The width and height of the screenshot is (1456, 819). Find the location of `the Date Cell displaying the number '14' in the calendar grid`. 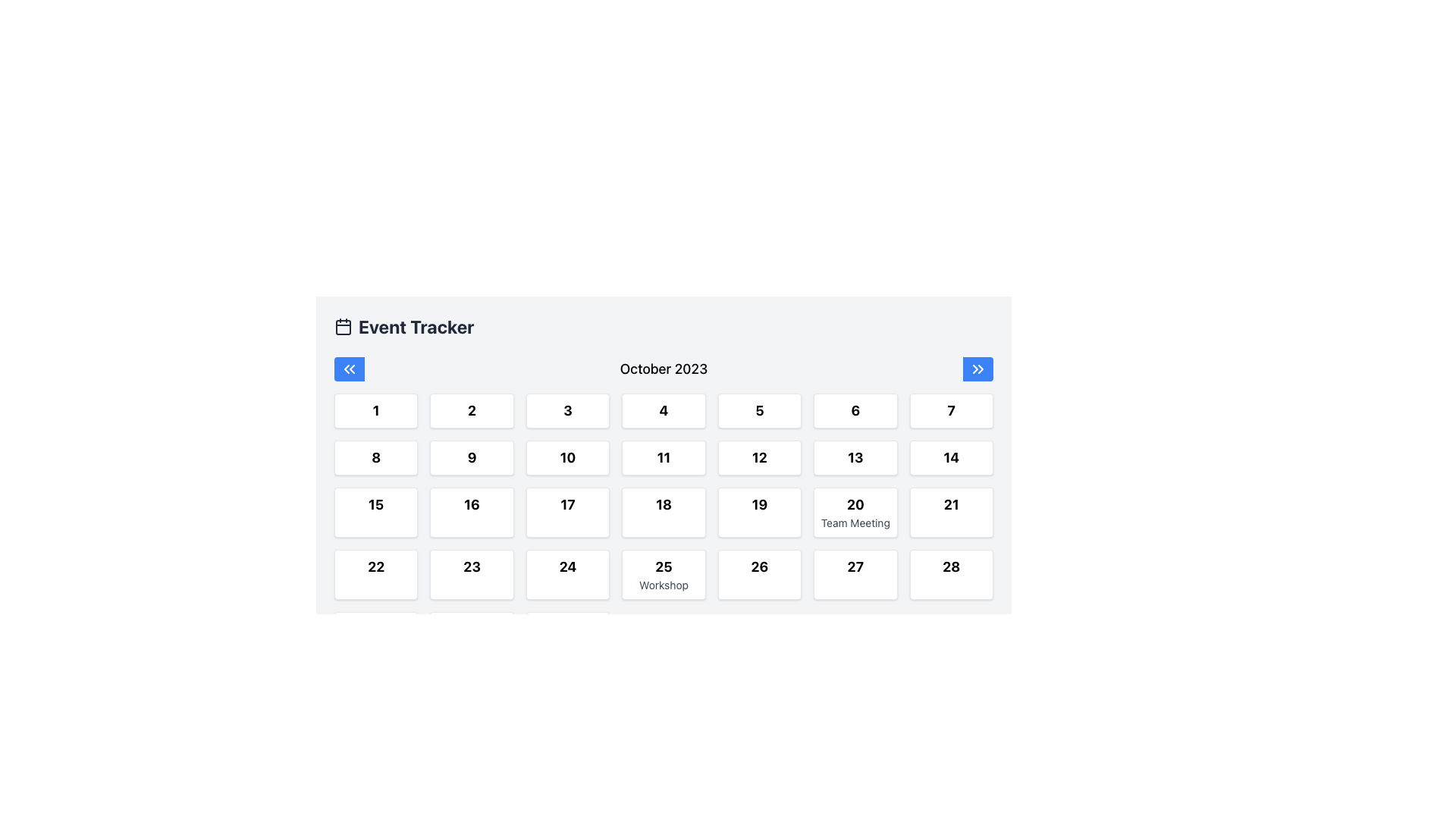

the Date Cell displaying the number '14' in the calendar grid is located at coordinates (950, 457).